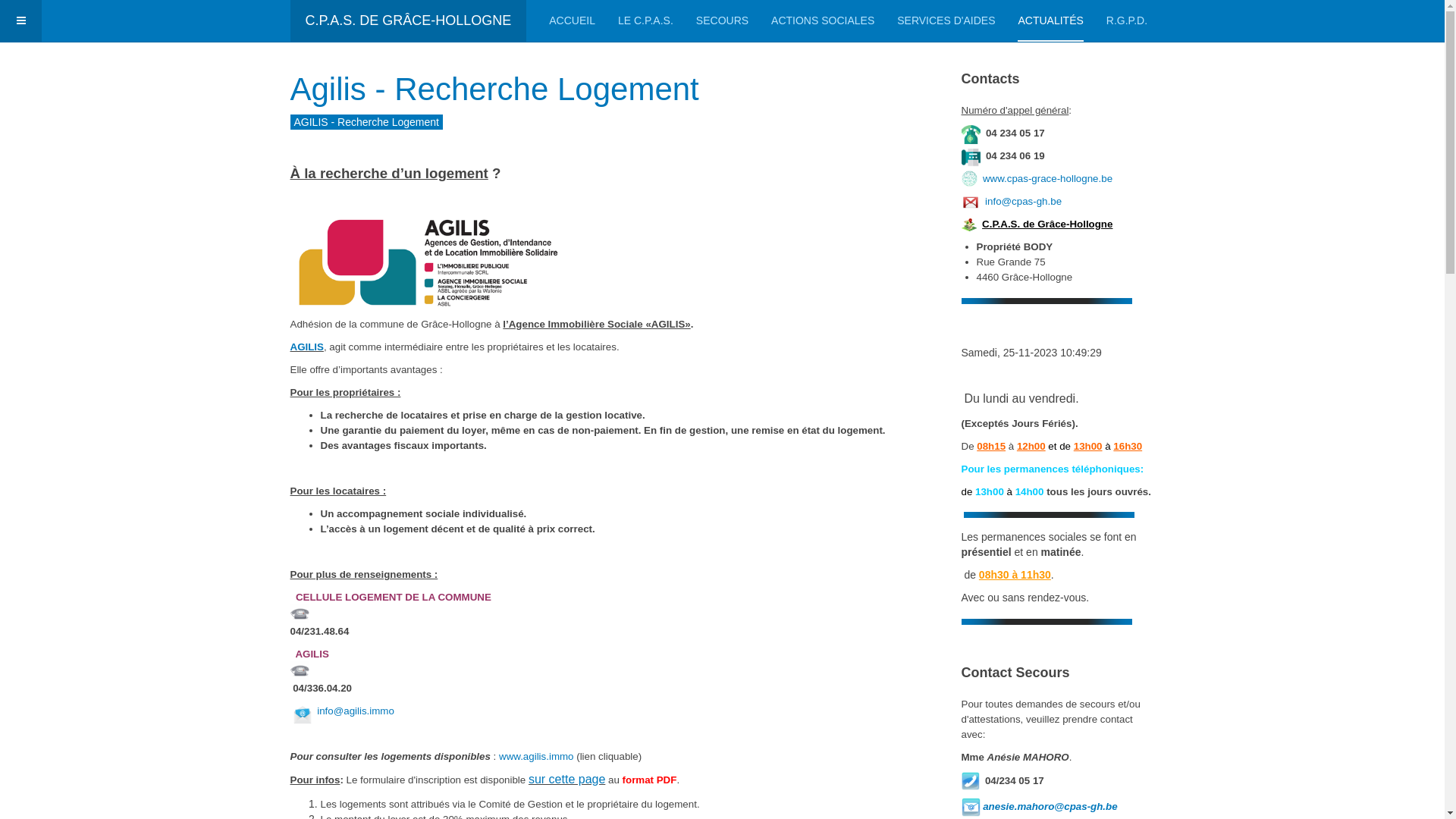 The image size is (1456, 819). Describe the element at coordinates (821, 20) in the screenshot. I see `'ACTIONS SOCIALES'` at that location.